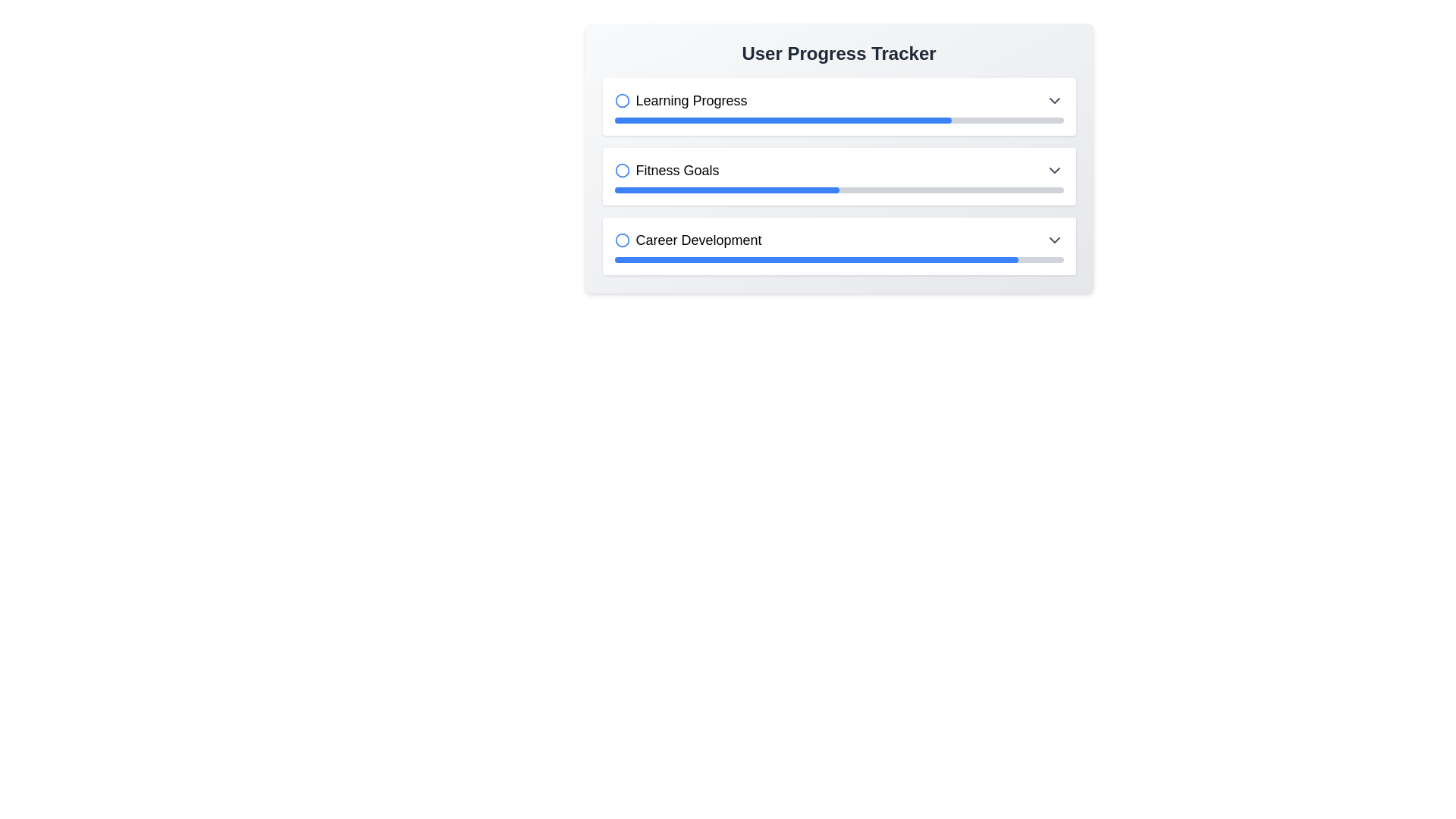  Describe the element at coordinates (622, 100) in the screenshot. I see `the icon located at the far-left side of the row containing the 'Learning Progress' indicator` at that location.